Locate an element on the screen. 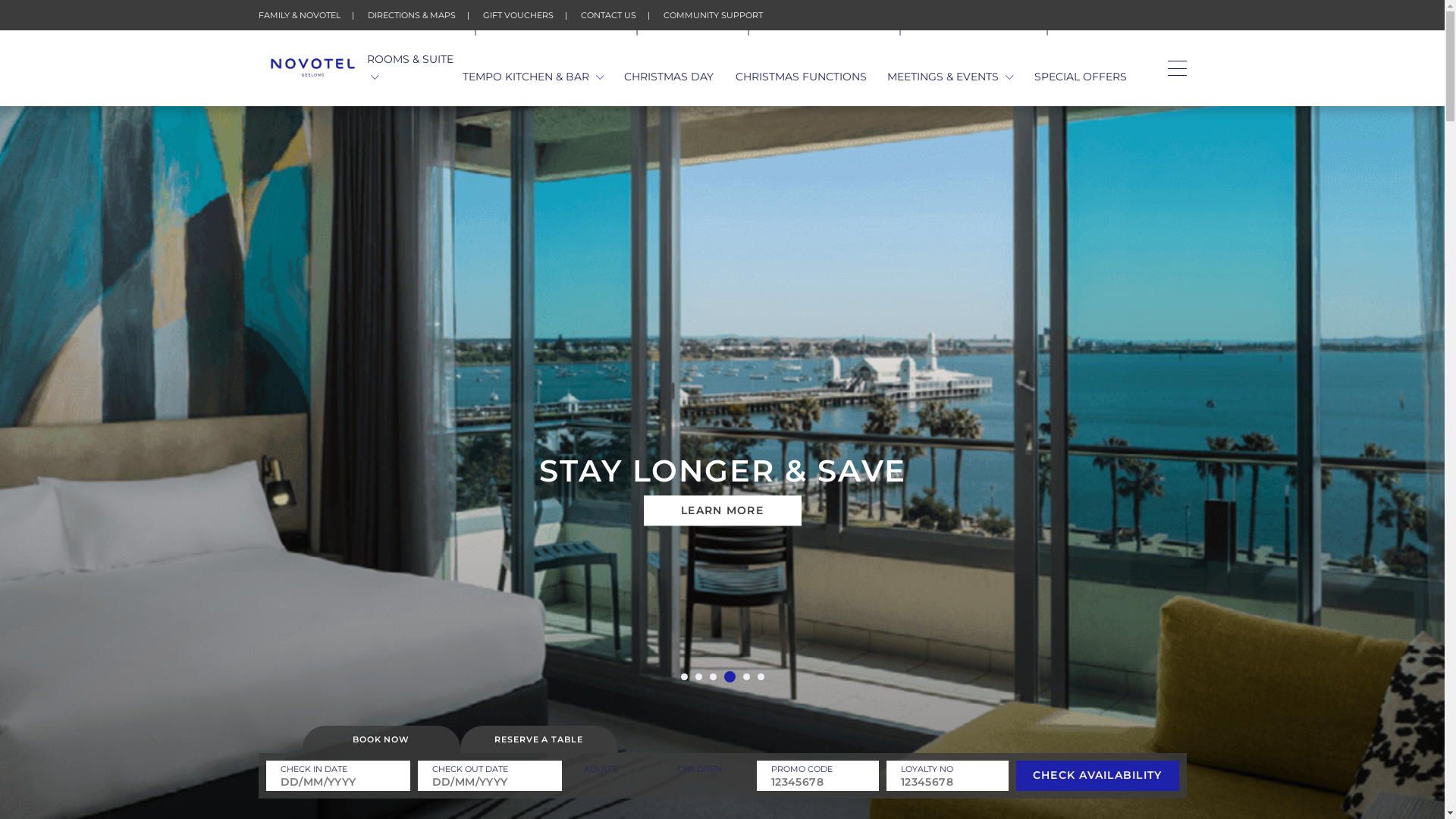 This screenshot has height=819, width=1456. 'CHRISTMAS FUNCTIONS' is located at coordinates (800, 77).